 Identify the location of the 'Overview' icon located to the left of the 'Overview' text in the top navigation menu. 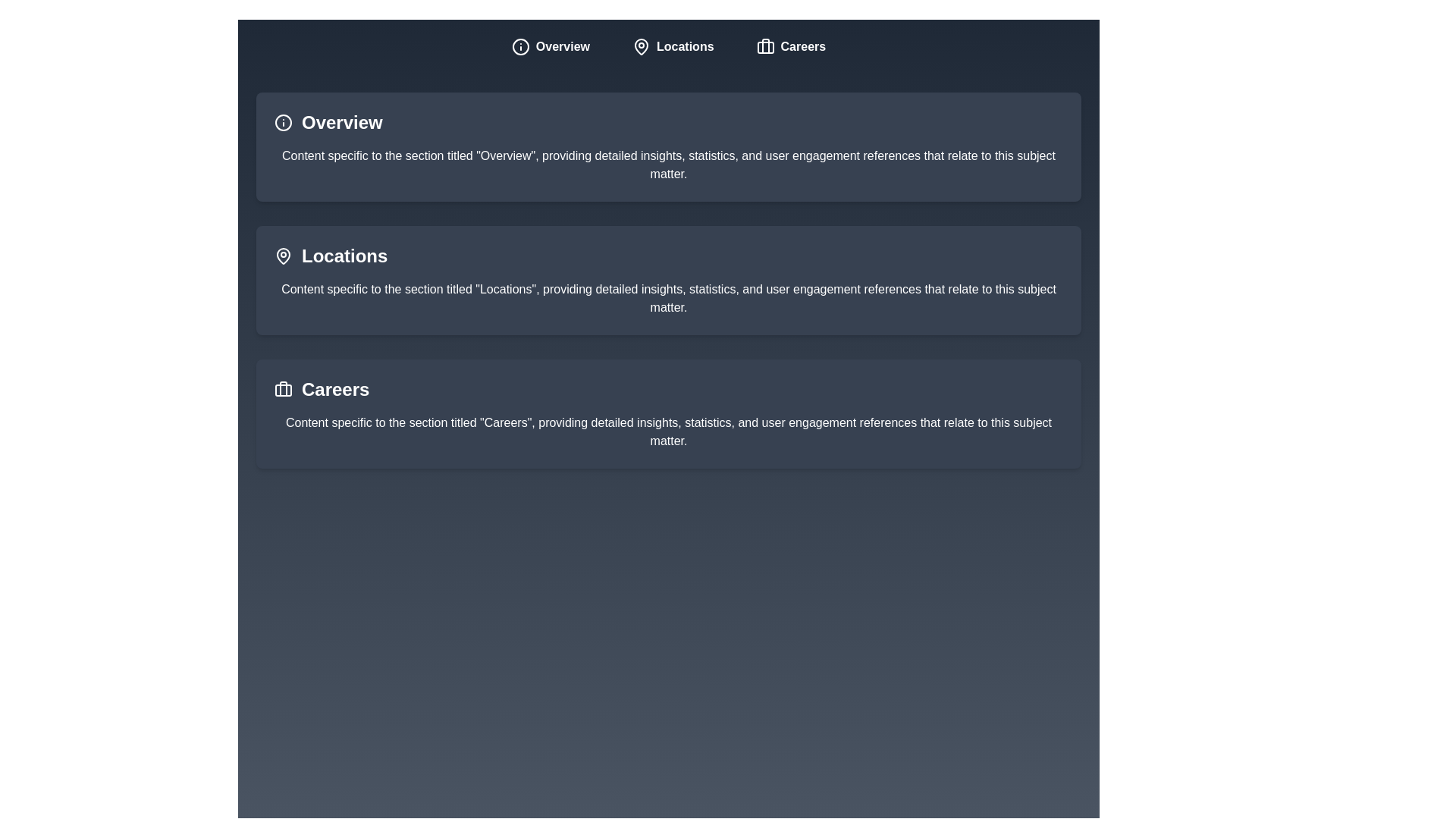
(520, 45).